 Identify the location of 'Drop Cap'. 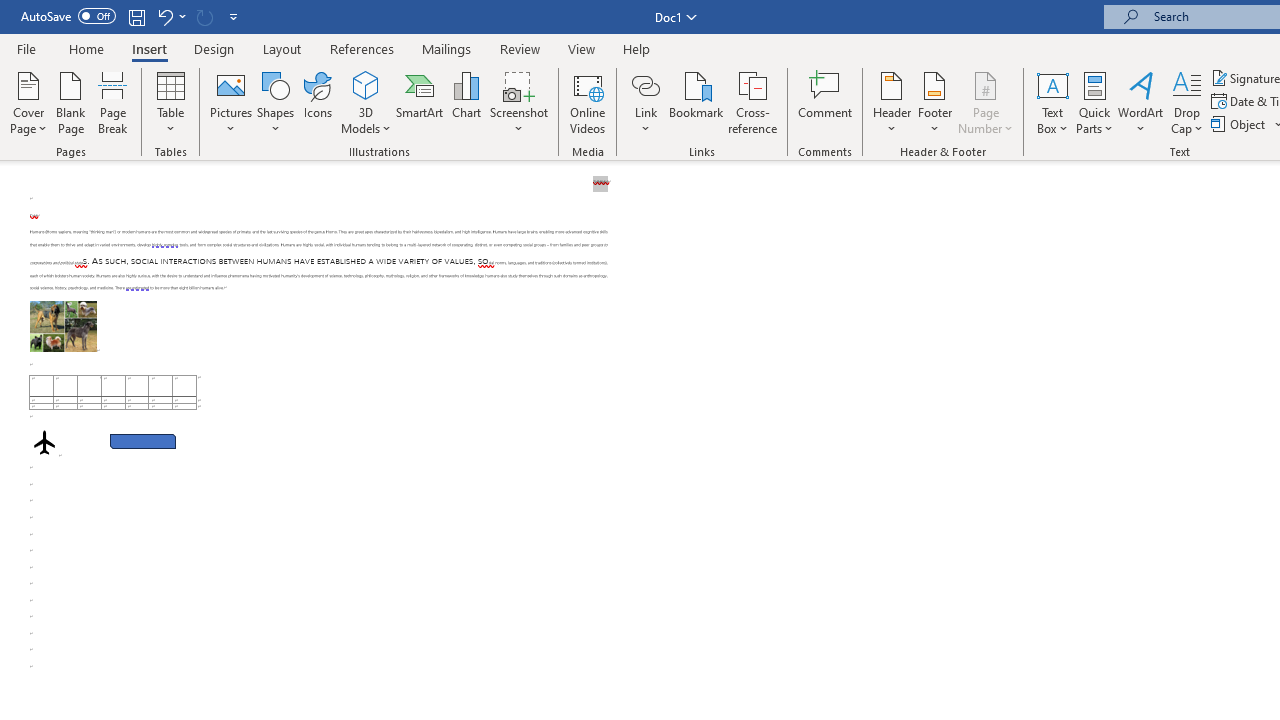
(1187, 103).